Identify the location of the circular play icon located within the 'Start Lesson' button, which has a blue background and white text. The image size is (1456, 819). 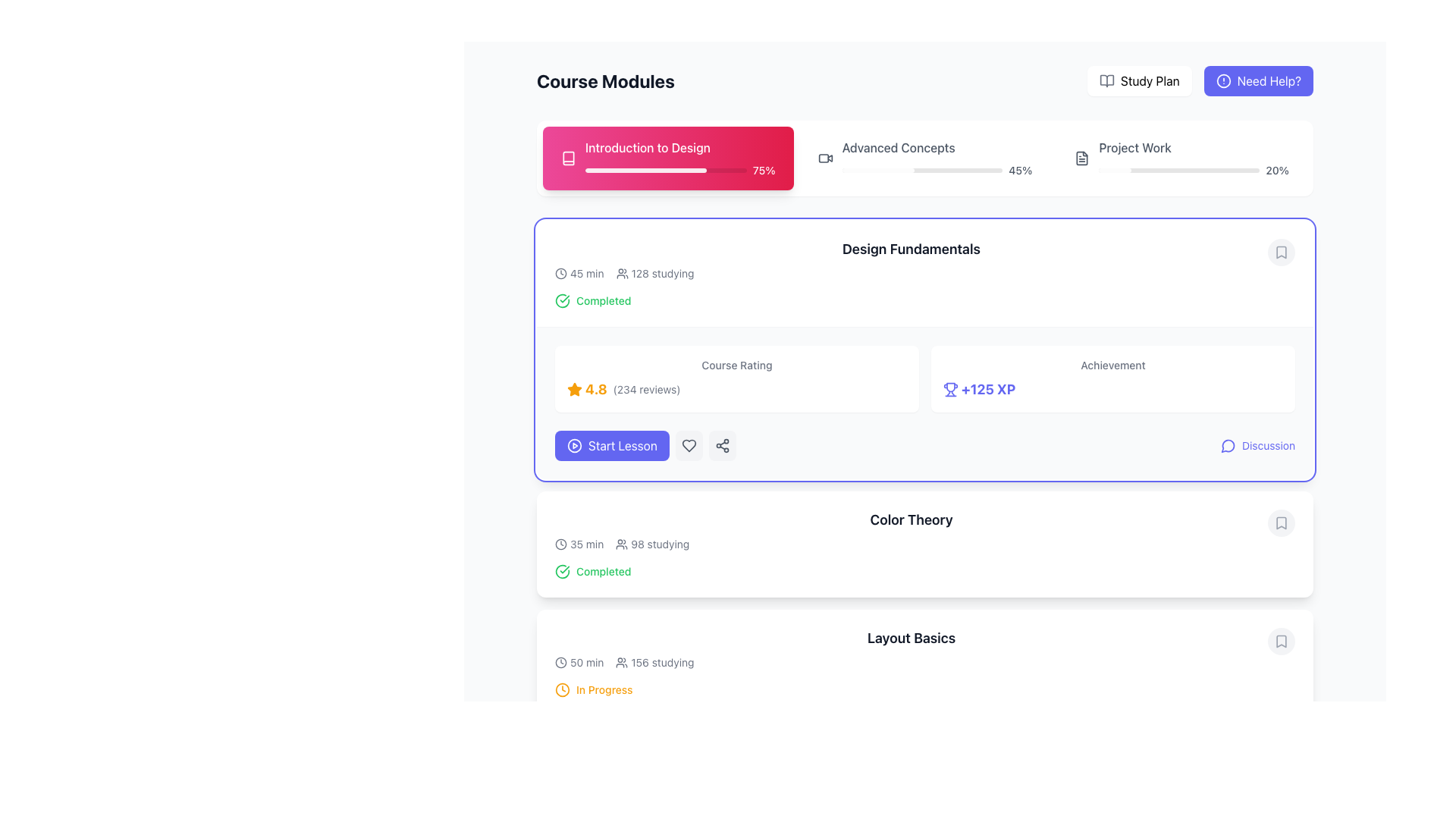
(574, 444).